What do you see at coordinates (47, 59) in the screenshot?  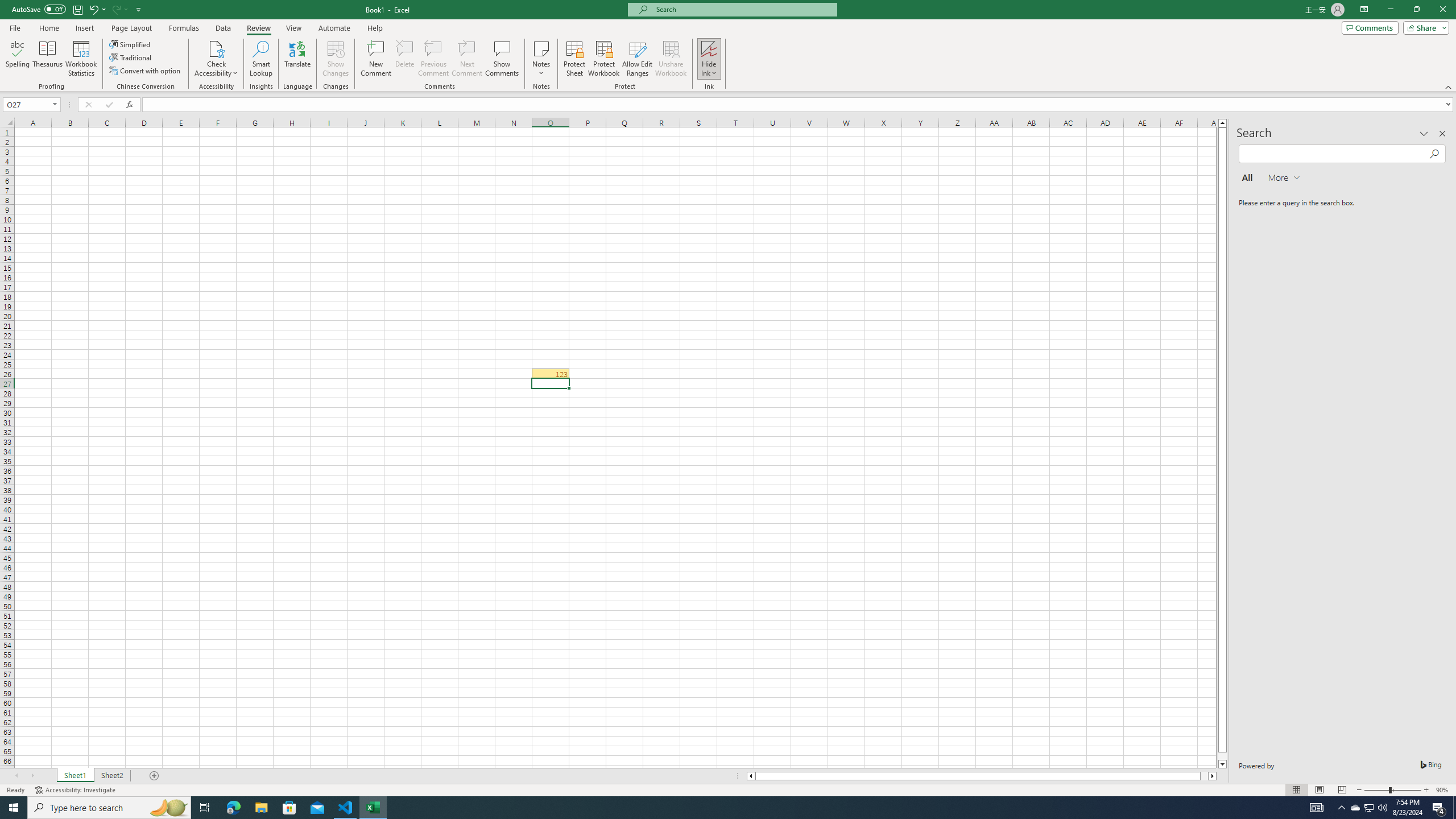 I see `'Thesaurus...'` at bounding box center [47, 59].